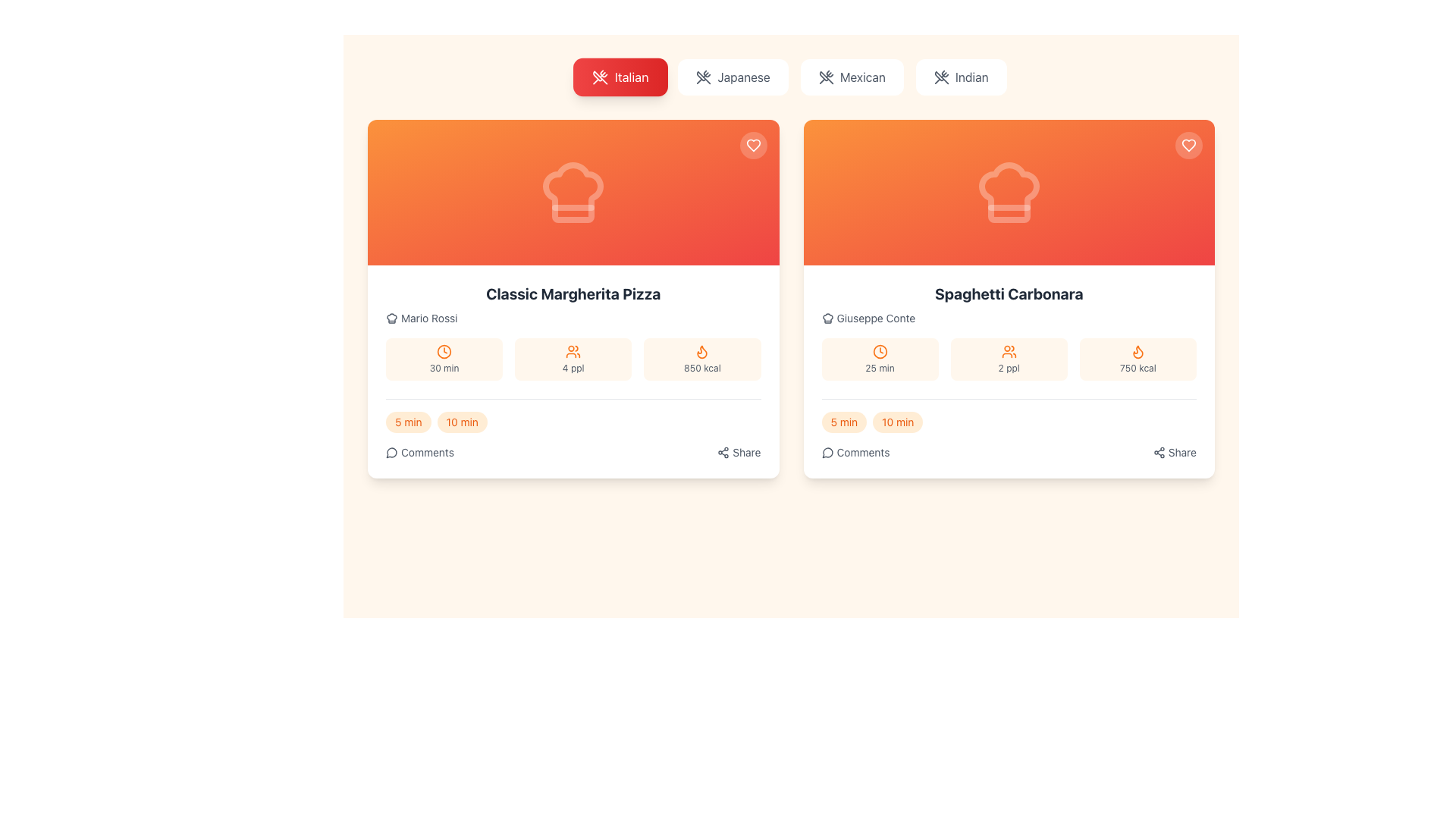  What do you see at coordinates (419, 452) in the screenshot?
I see `the 'Comments' button located at the bottom-left corner of the 'Classic Margherita Pizza' card` at bounding box center [419, 452].